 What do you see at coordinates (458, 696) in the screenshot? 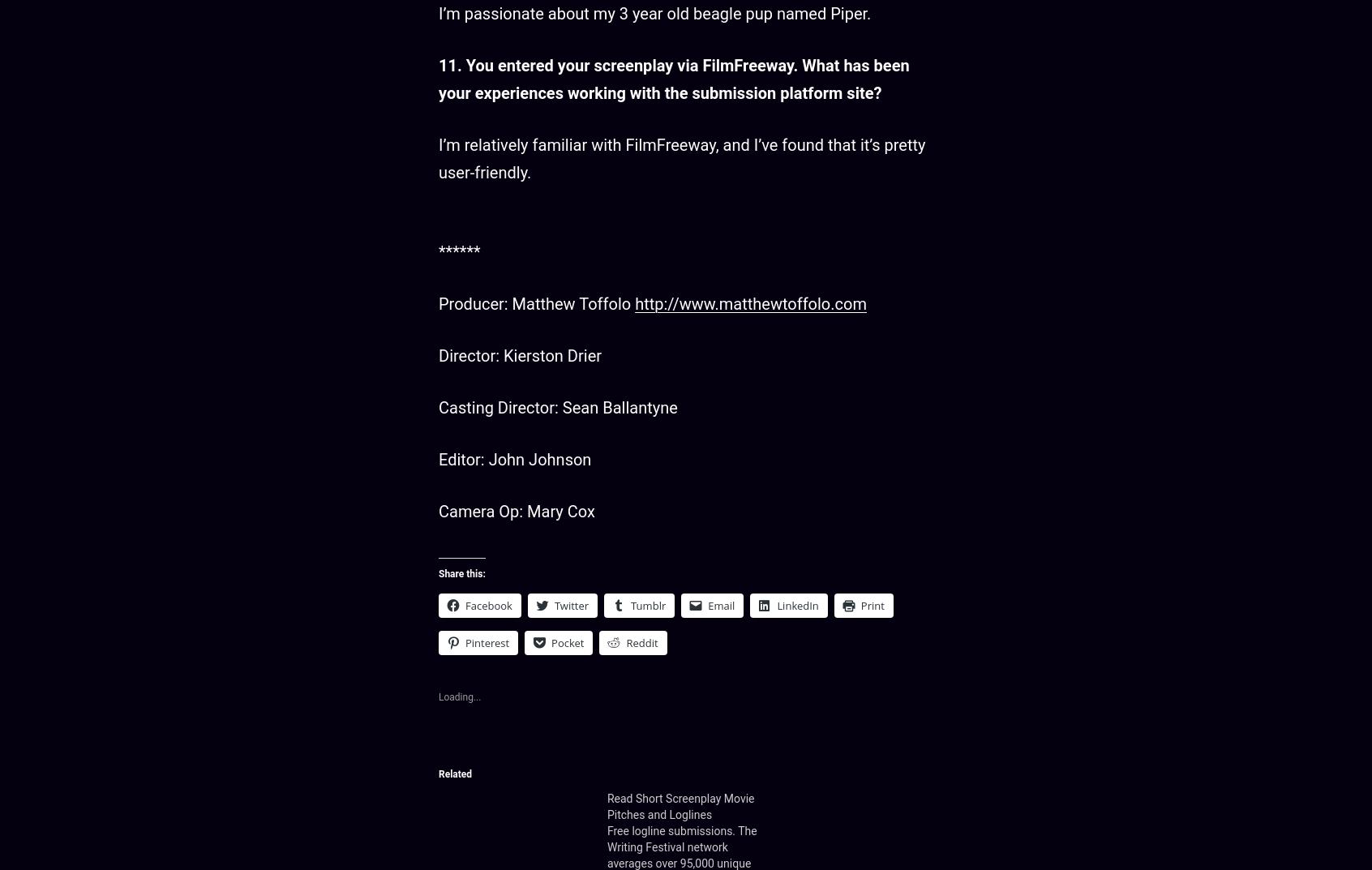
I see `'Loading...'` at bounding box center [458, 696].